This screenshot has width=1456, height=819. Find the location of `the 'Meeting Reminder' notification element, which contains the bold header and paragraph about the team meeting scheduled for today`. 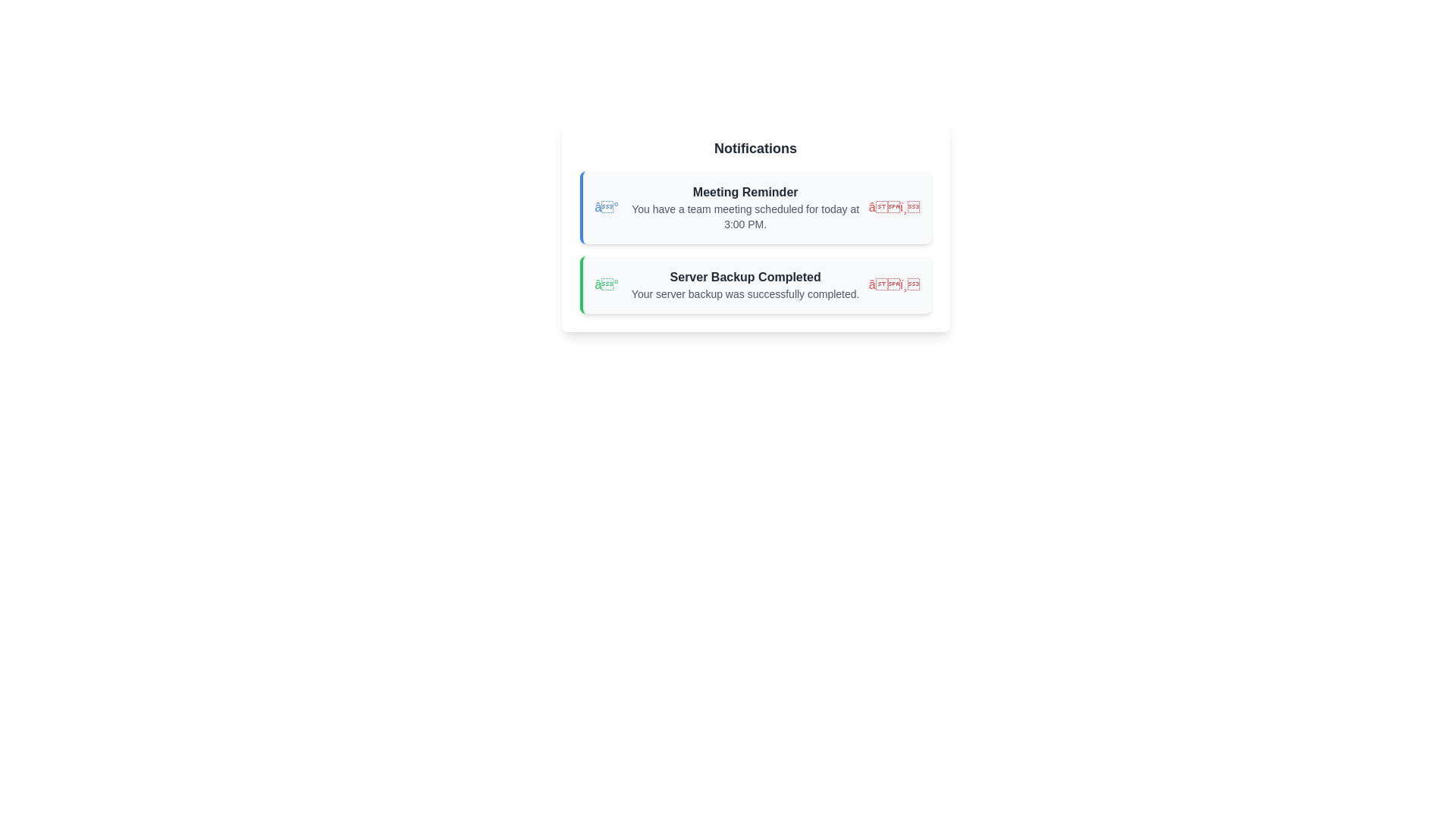

the 'Meeting Reminder' notification element, which contains the bold header and paragraph about the team meeting scheduled for today is located at coordinates (745, 207).